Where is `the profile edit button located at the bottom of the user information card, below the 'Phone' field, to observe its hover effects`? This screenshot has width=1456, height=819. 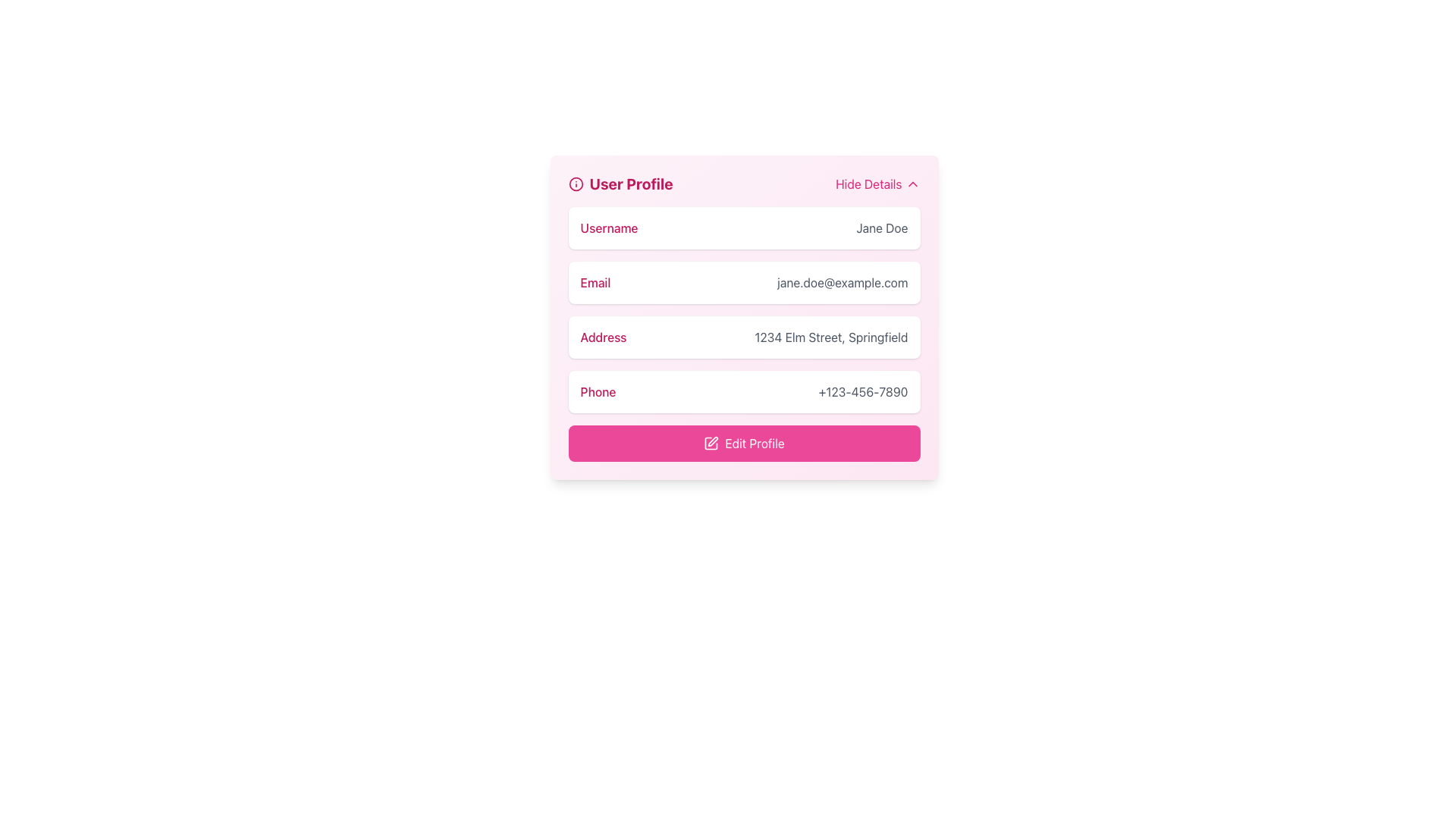 the profile edit button located at the bottom of the user information card, below the 'Phone' field, to observe its hover effects is located at coordinates (744, 444).